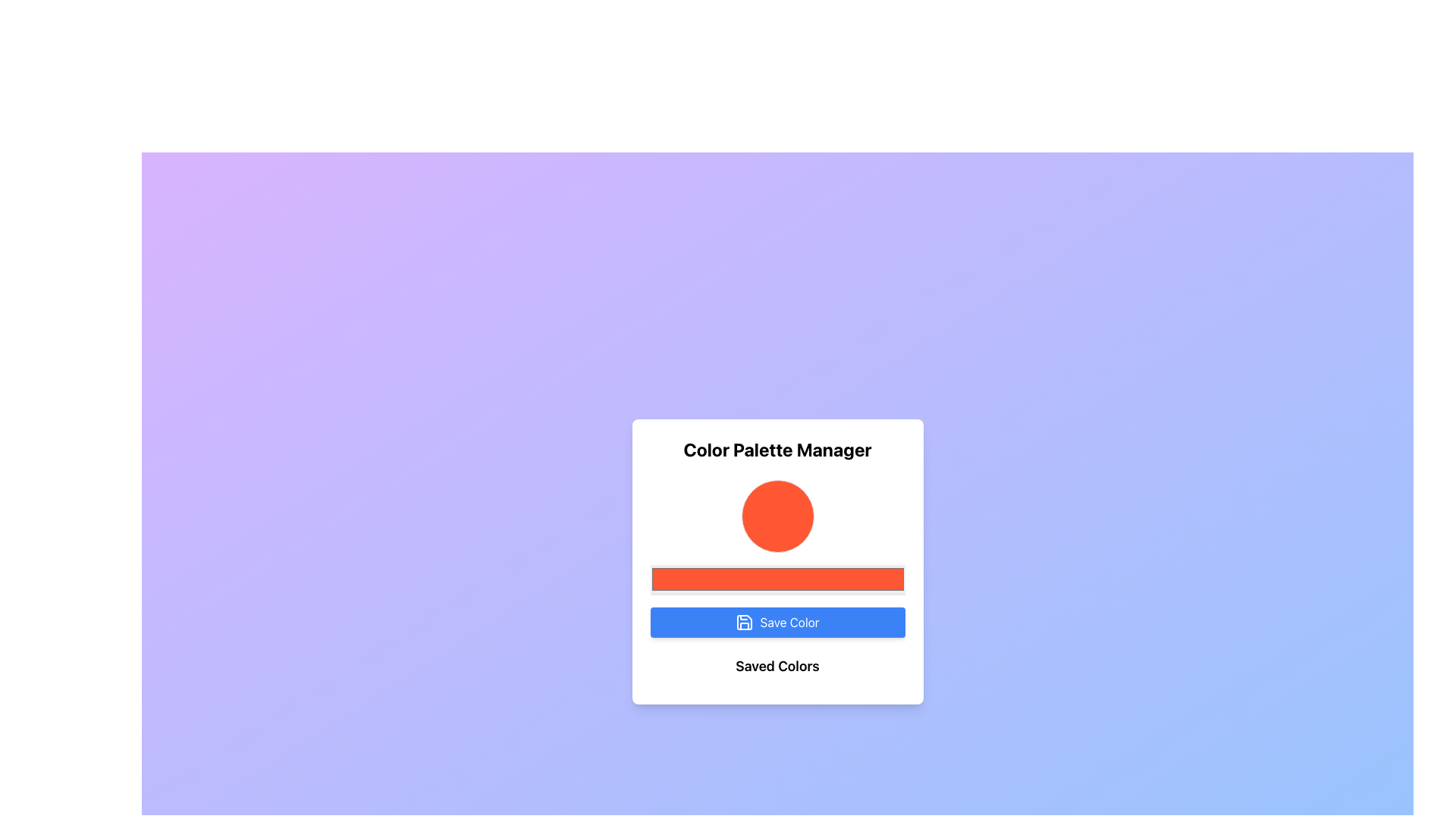 Image resolution: width=1456 pixels, height=819 pixels. What do you see at coordinates (777, 579) in the screenshot?
I see `the rectangular color input field with an orange fill located beneath the circular color display and above the 'Save Color' button` at bounding box center [777, 579].